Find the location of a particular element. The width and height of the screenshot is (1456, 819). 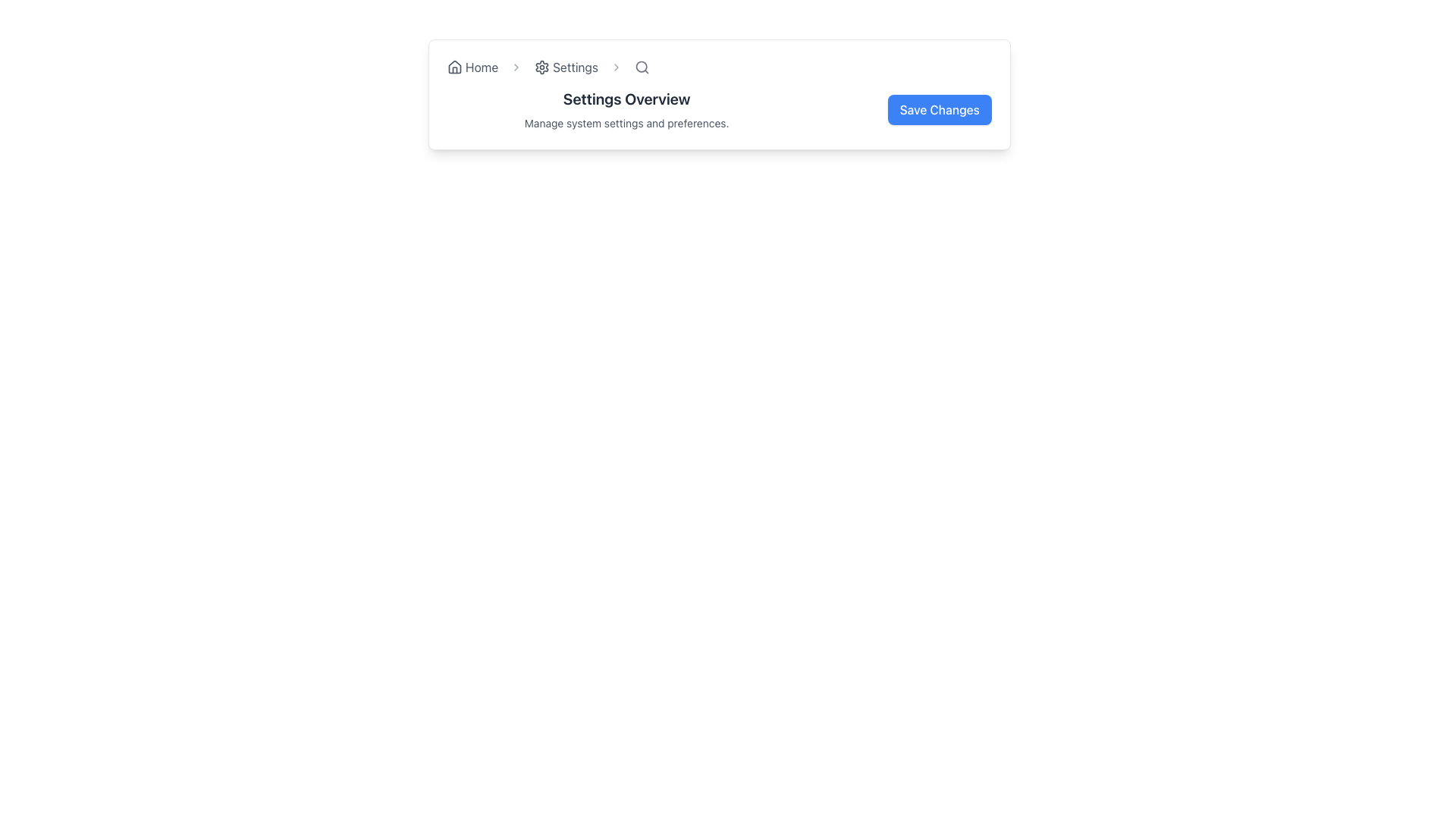

the 'Settings' hyperlink, which includes a gear icon and the text 'Settings' is located at coordinates (566, 66).